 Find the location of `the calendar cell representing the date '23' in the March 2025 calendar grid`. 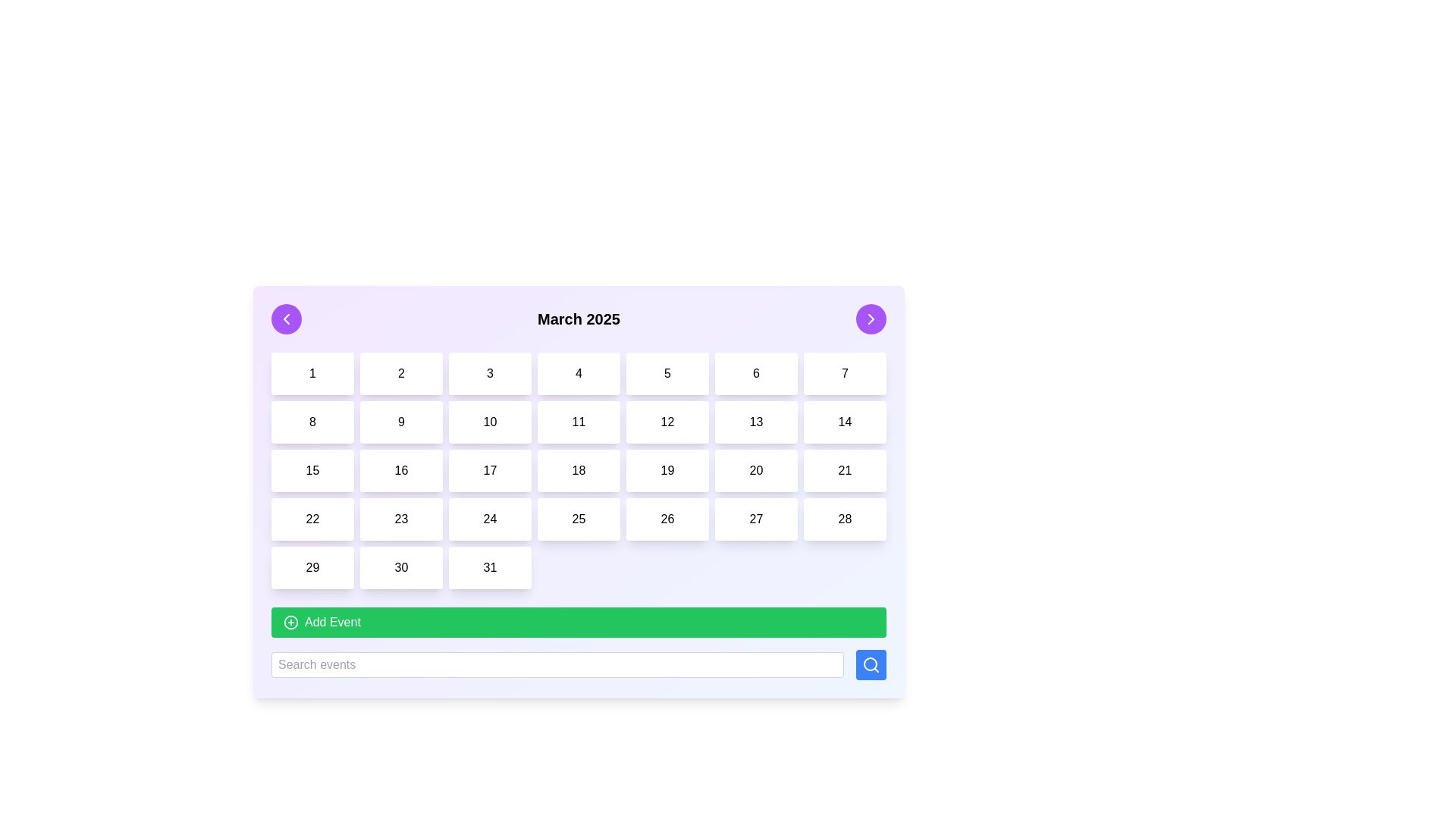

the calendar cell representing the date '23' in the March 2025 calendar grid is located at coordinates (401, 519).